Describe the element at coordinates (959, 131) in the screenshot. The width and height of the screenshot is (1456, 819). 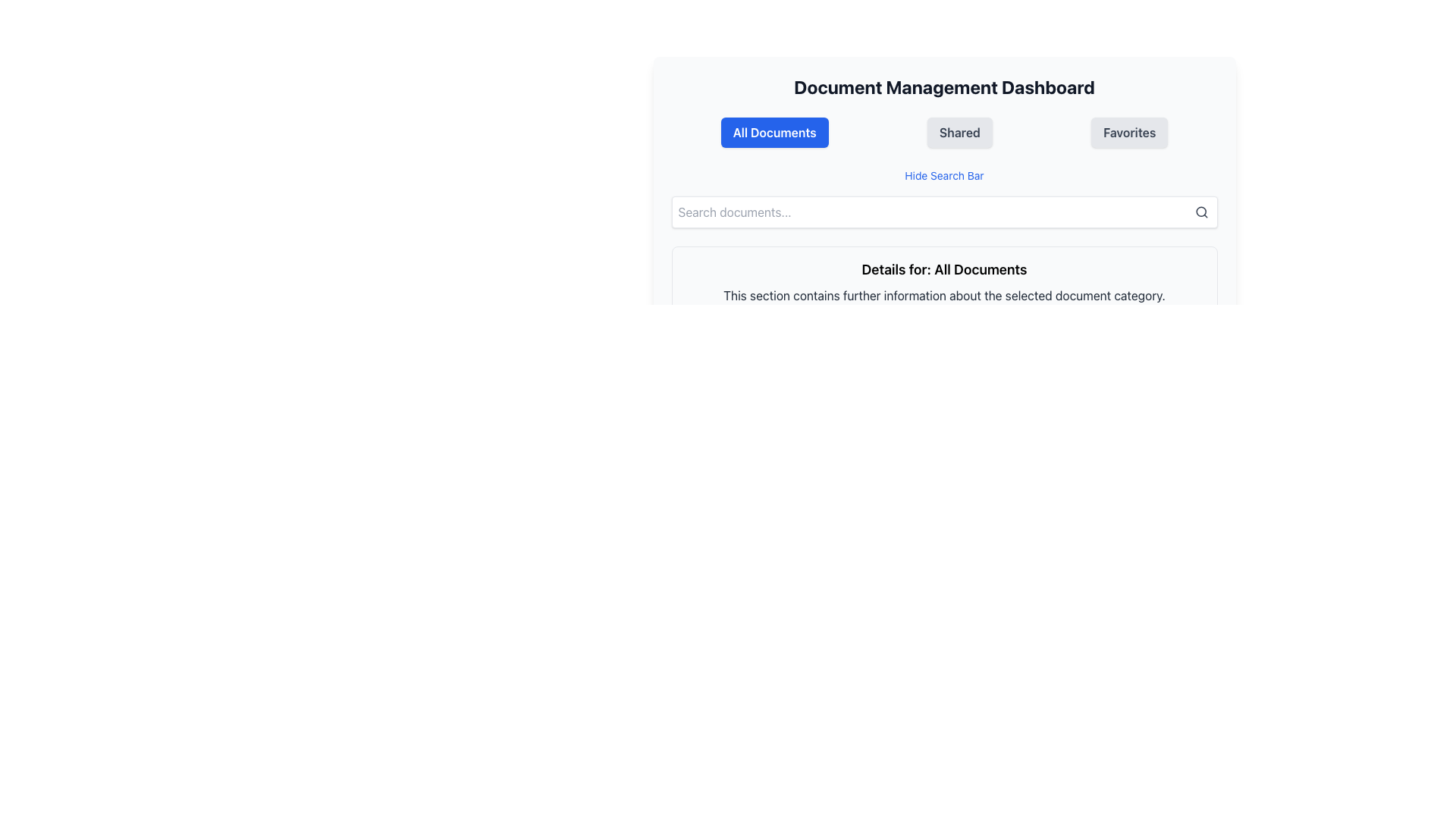
I see `the pill-shaped button labeled 'Shared' with a gray background` at that location.